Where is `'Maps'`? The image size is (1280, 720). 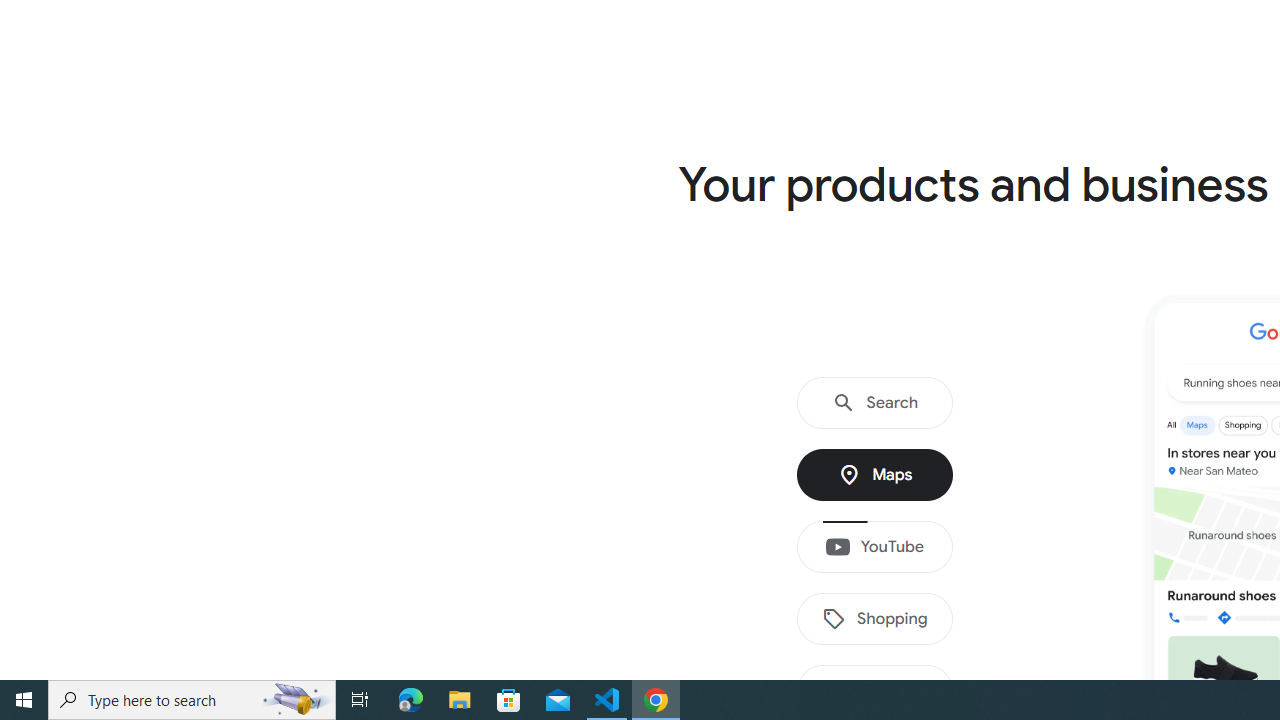
'Maps' is located at coordinates (875, 475).